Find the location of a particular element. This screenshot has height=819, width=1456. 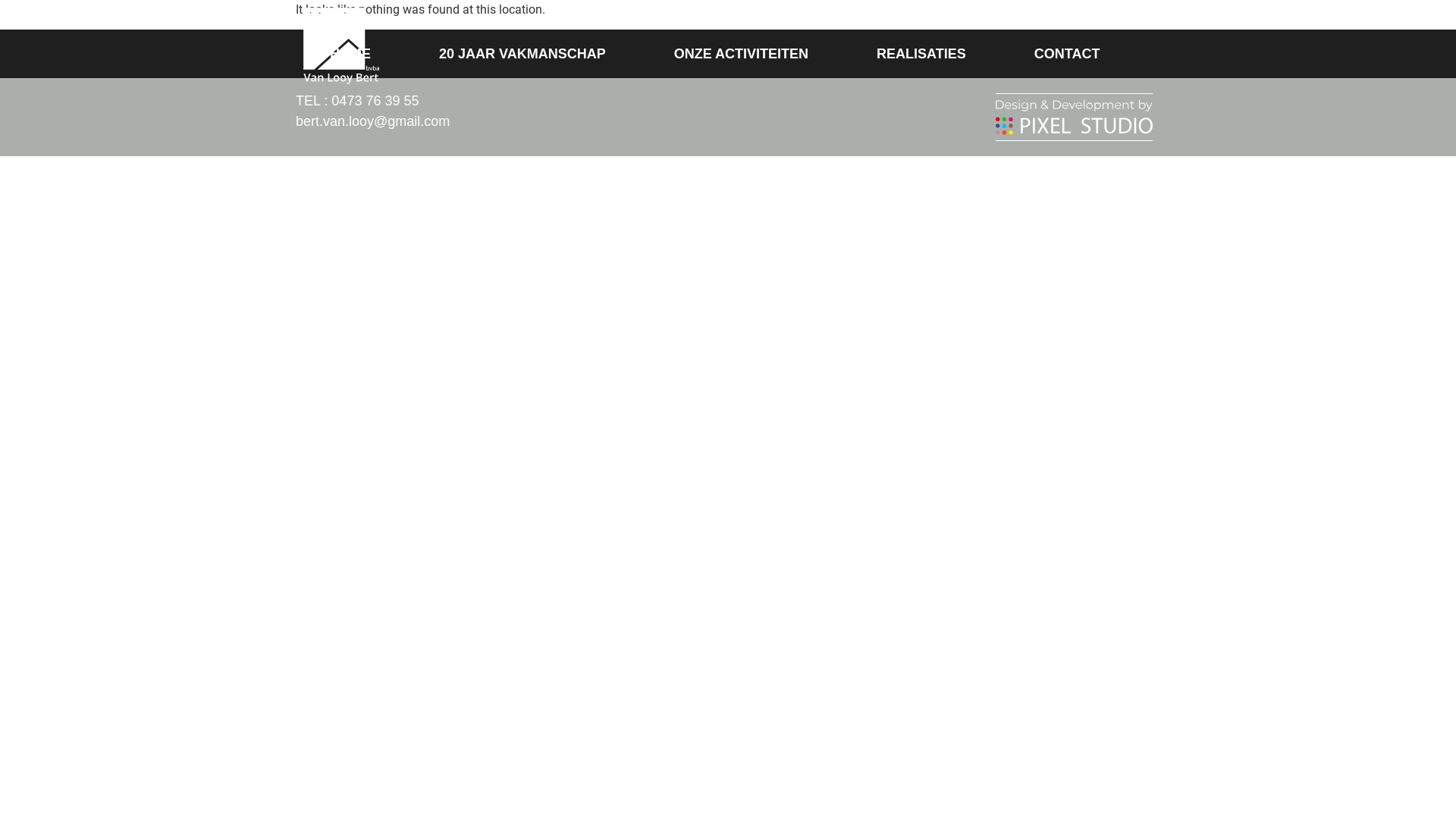

'REALISATIES' is located at coordinates (920, 52).